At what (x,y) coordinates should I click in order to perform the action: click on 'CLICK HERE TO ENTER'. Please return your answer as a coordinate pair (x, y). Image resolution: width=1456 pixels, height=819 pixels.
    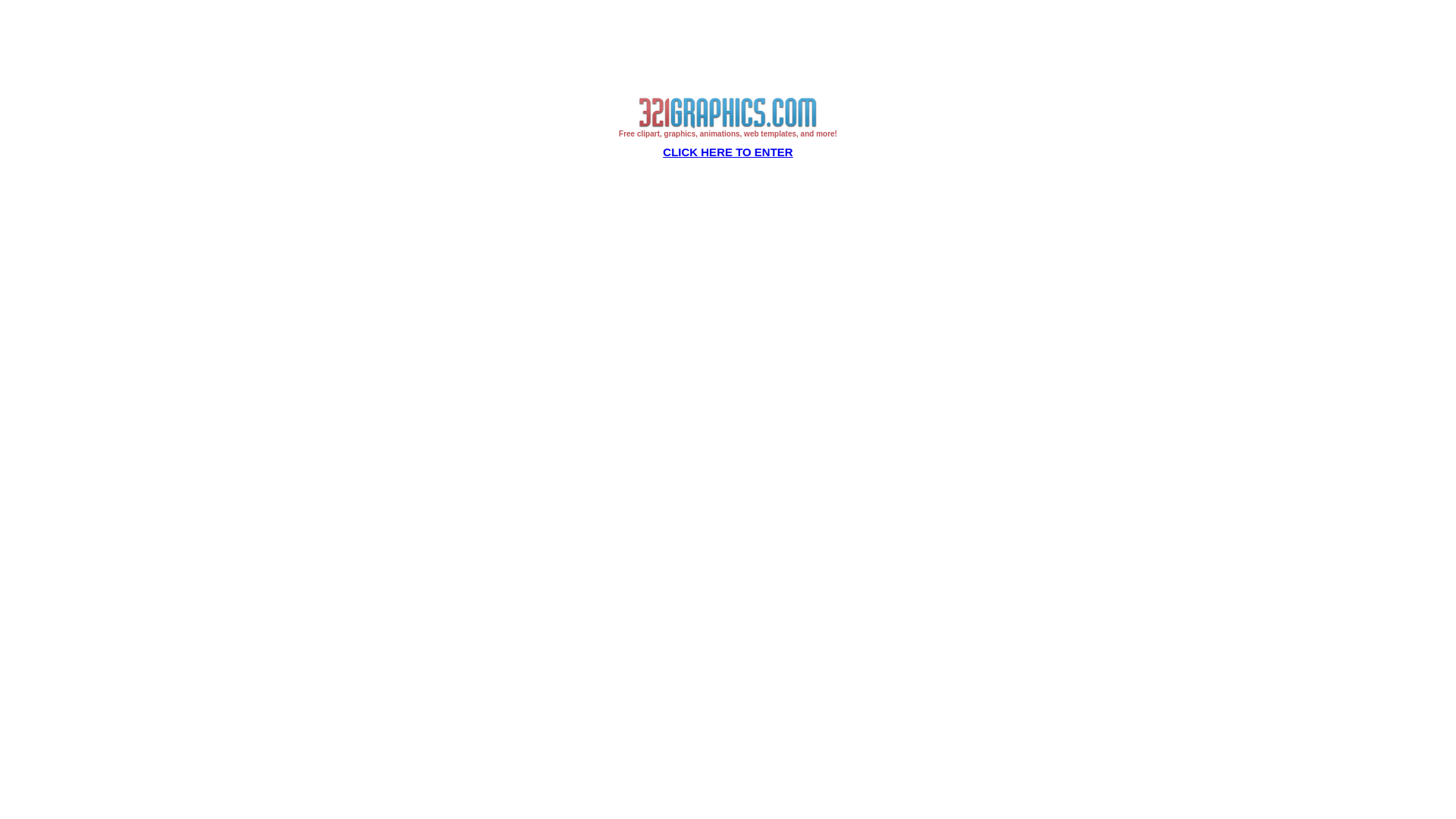
    Looking at the image, I should click on (726, 152).